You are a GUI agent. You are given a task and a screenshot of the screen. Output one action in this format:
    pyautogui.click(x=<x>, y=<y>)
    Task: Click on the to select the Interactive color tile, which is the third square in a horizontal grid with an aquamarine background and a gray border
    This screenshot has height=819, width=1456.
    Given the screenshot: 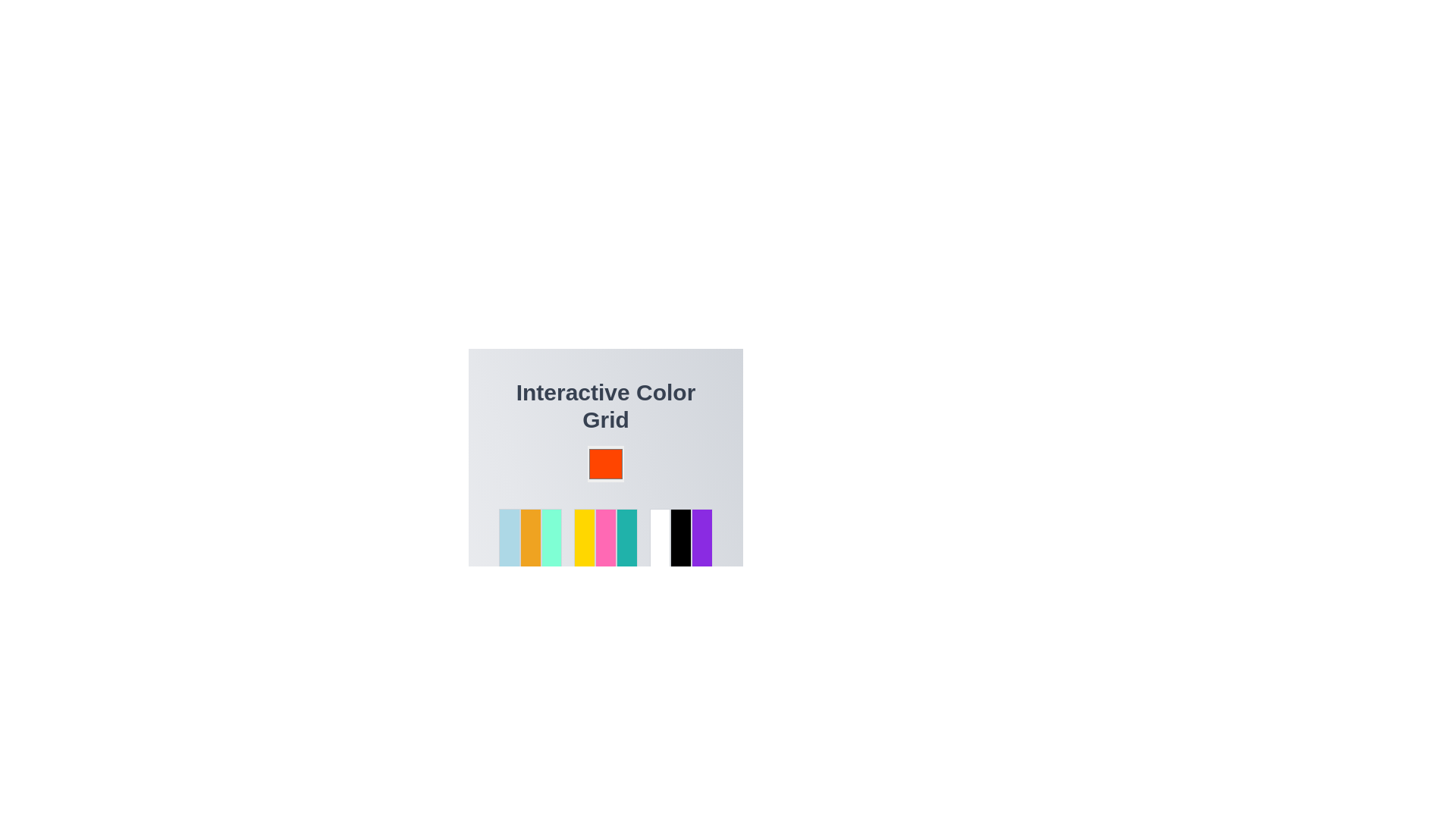 What is the action you would take?
    pyautogui.click(x=551, y=538)
    